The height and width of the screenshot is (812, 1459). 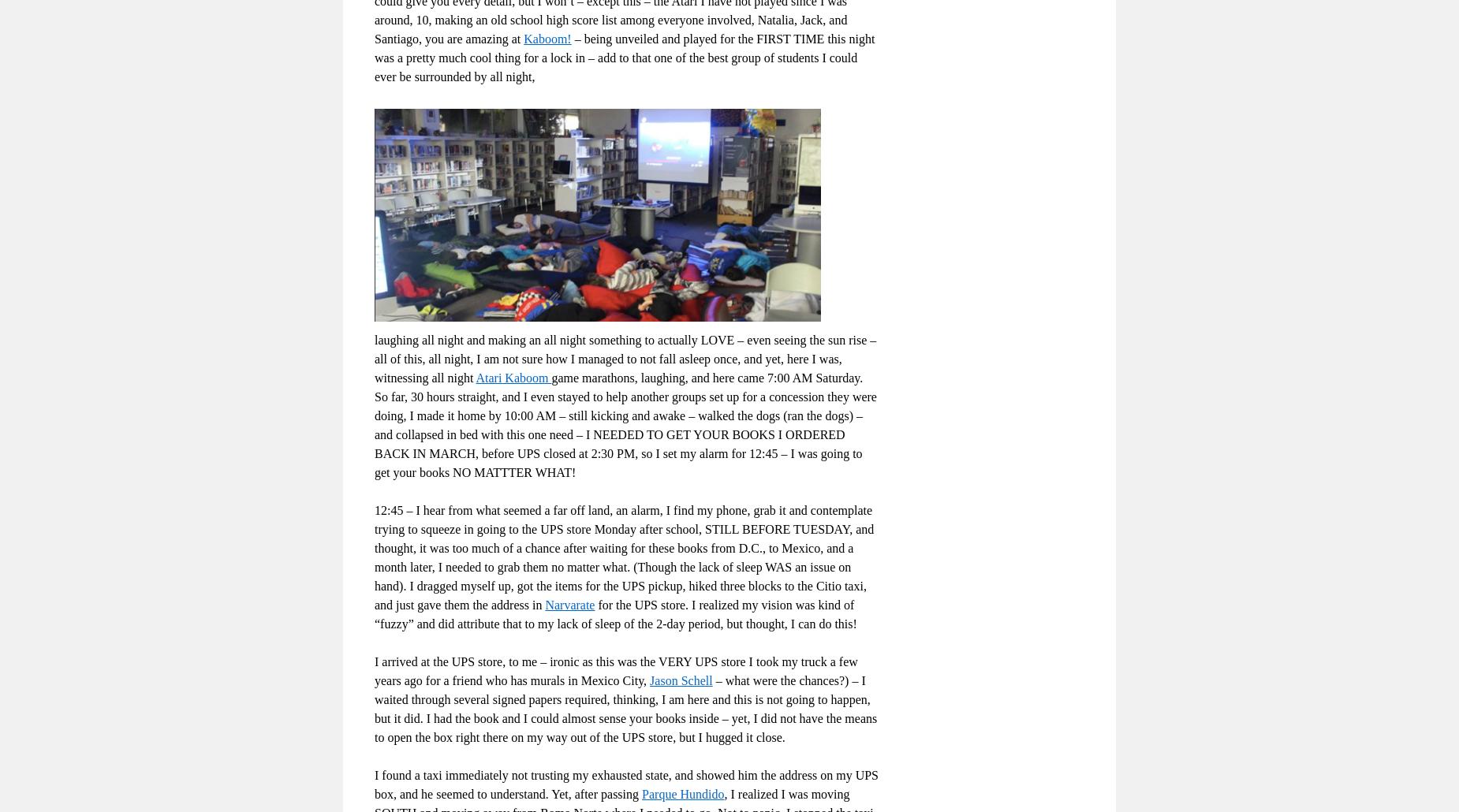 What do you see at coordinates (625, 424) in the screenshot?
I see `'game marathons, laughing, and here came 7:00 AM Saturday. So far, 30 hours straight, and I even stayed to help another groups set up for a concession they were doing, I made it home by 10:00 AM – still kicking and awake – walked the dogs (ran the dogs) – and collapsed in bed with this one need – I NEEDED TO GET YOUR BOOKS I ORDERED BACK IN MARCH, before UPS closed at 2:30 PM, so I set my alarm for 12:45 – I was going to get your books NO MATTTER WHAT!'` at bounding box center [625, 424].